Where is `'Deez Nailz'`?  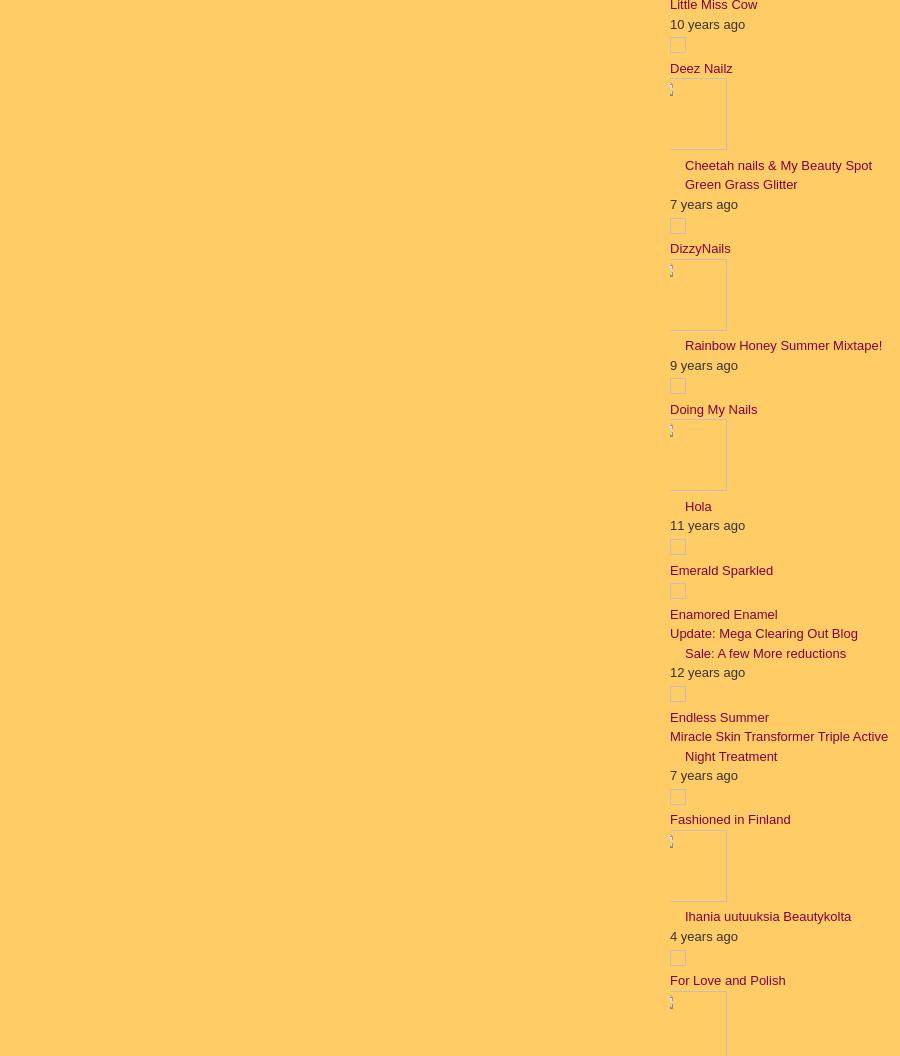
'Deez Nailz' is located at coordinates (700, 66).